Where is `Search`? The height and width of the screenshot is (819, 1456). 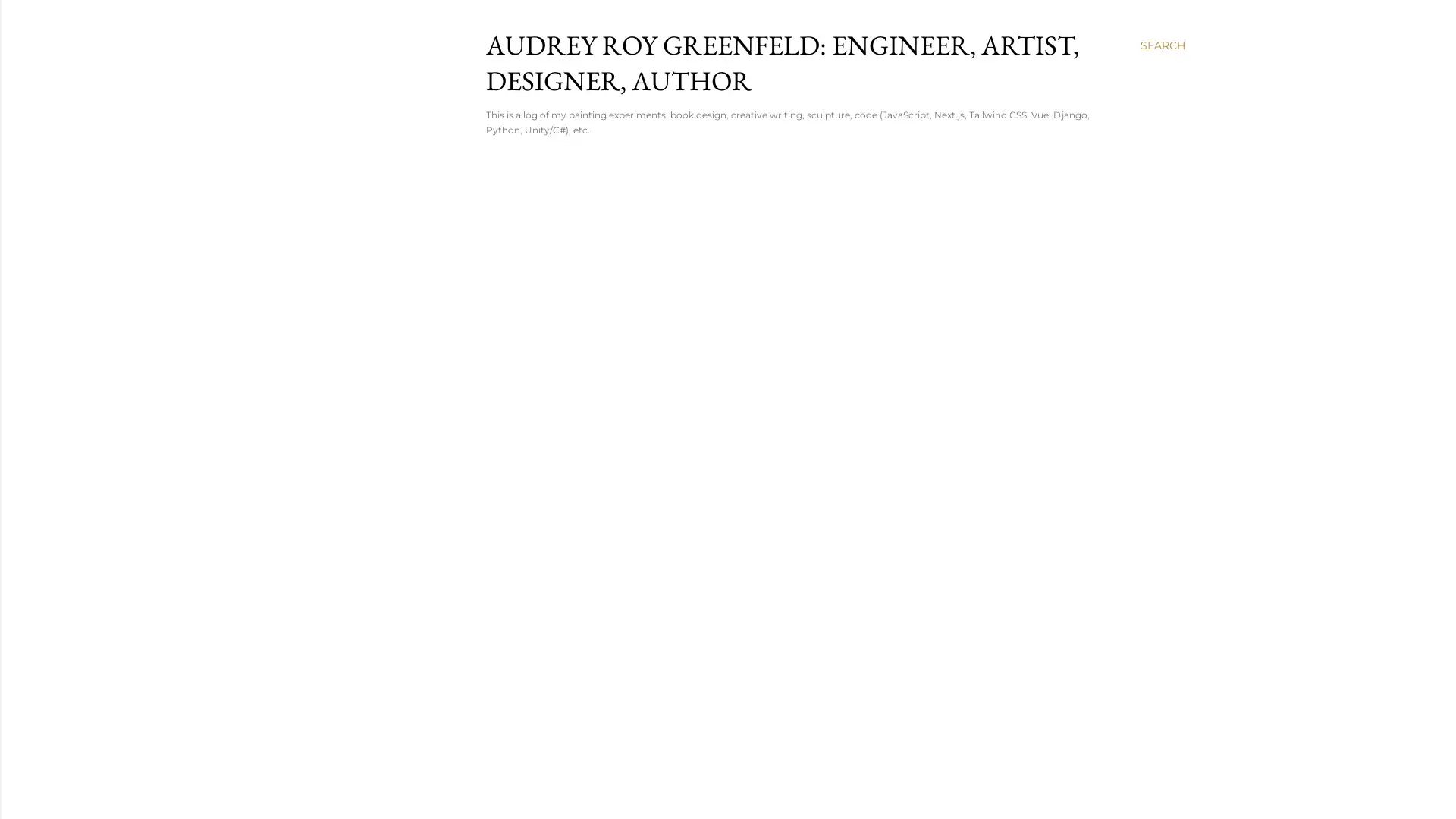 Search is located at coordinates (1162, 45).